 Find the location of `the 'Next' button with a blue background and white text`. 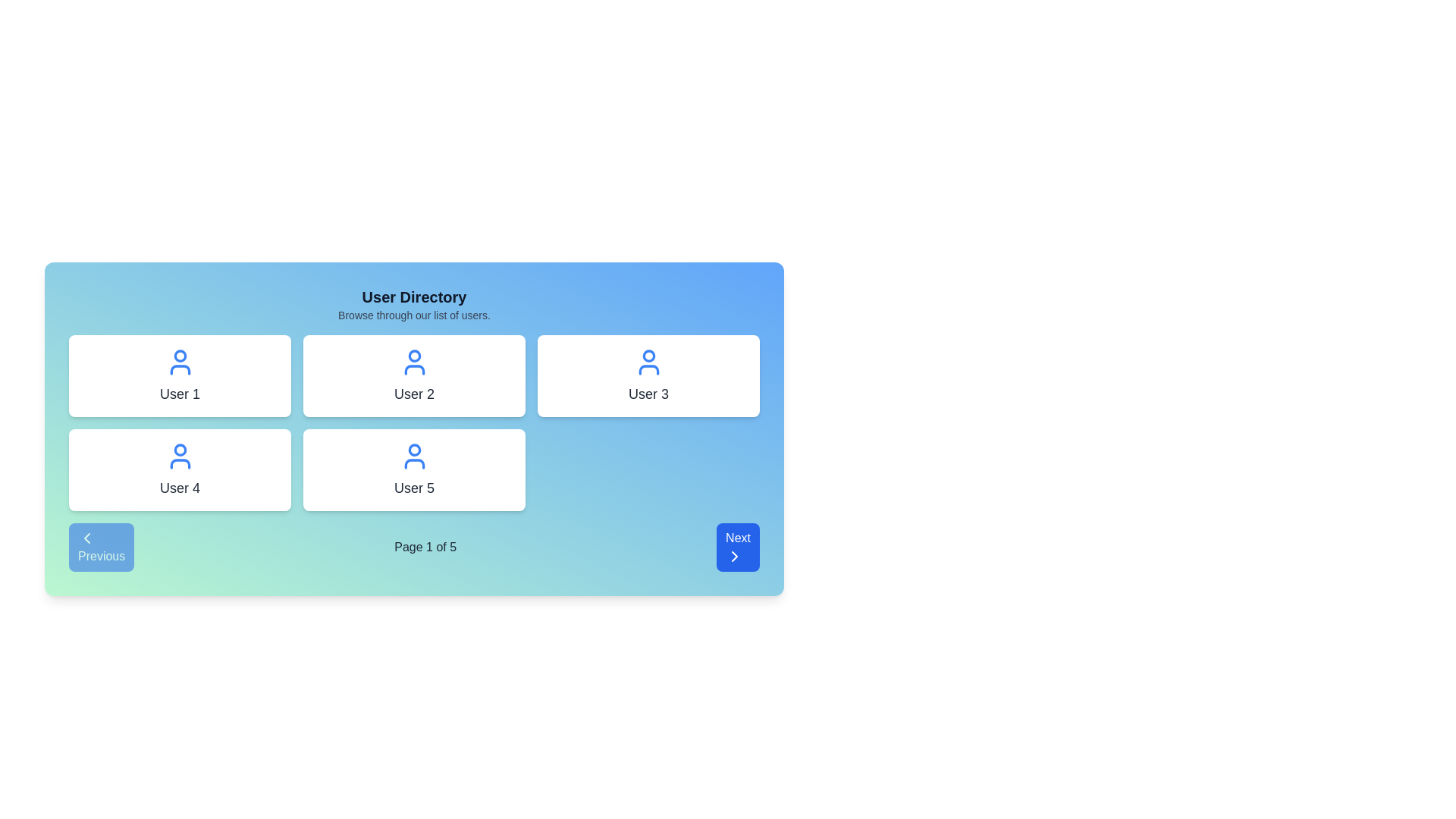

the 'Next' button with a blue background and white text is located at coordinates (738, 547).